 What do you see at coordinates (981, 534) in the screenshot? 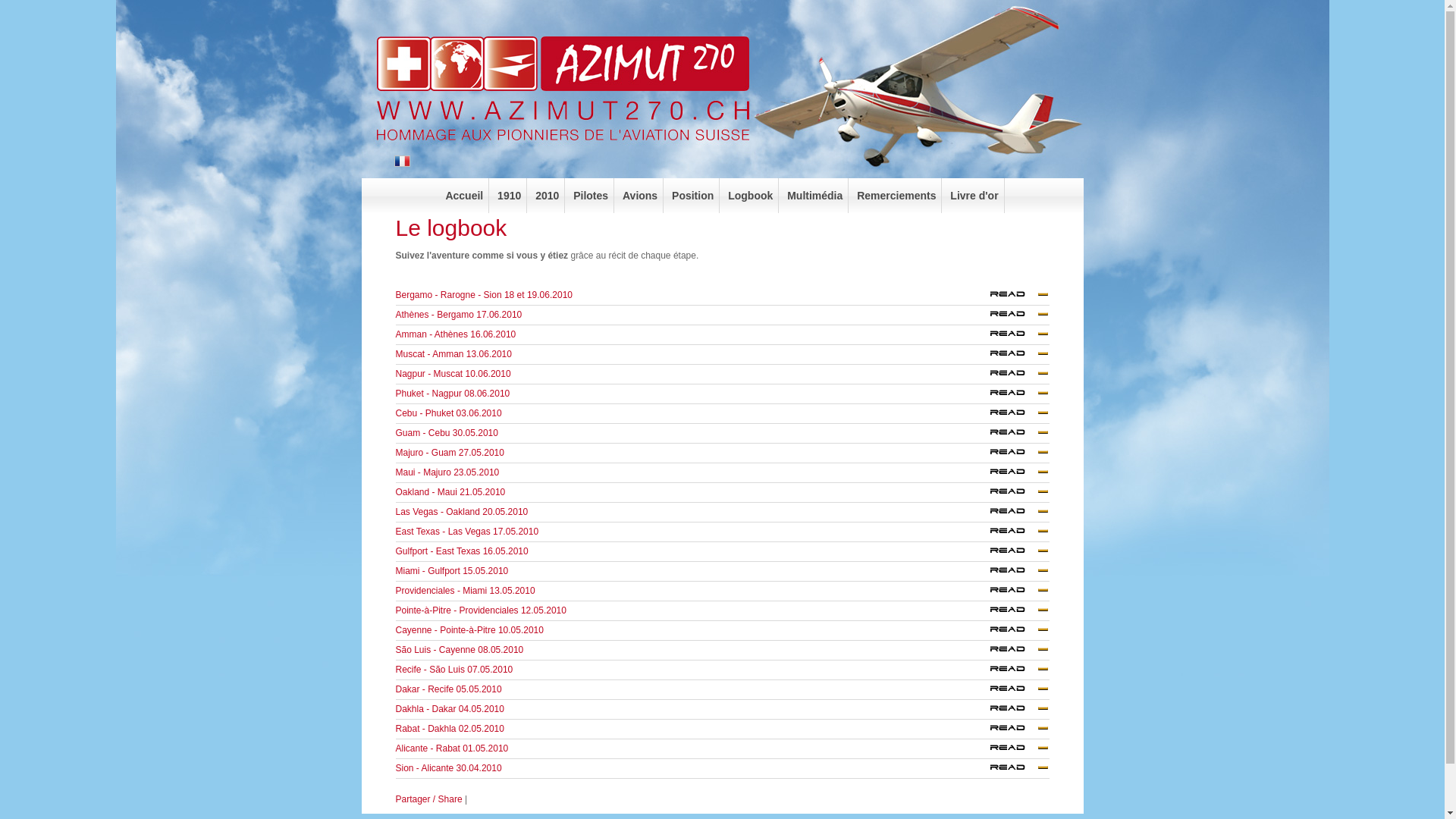
I see `'East Texas - Las Vegas 17.05.2010'` at bounding box center [981, 534].